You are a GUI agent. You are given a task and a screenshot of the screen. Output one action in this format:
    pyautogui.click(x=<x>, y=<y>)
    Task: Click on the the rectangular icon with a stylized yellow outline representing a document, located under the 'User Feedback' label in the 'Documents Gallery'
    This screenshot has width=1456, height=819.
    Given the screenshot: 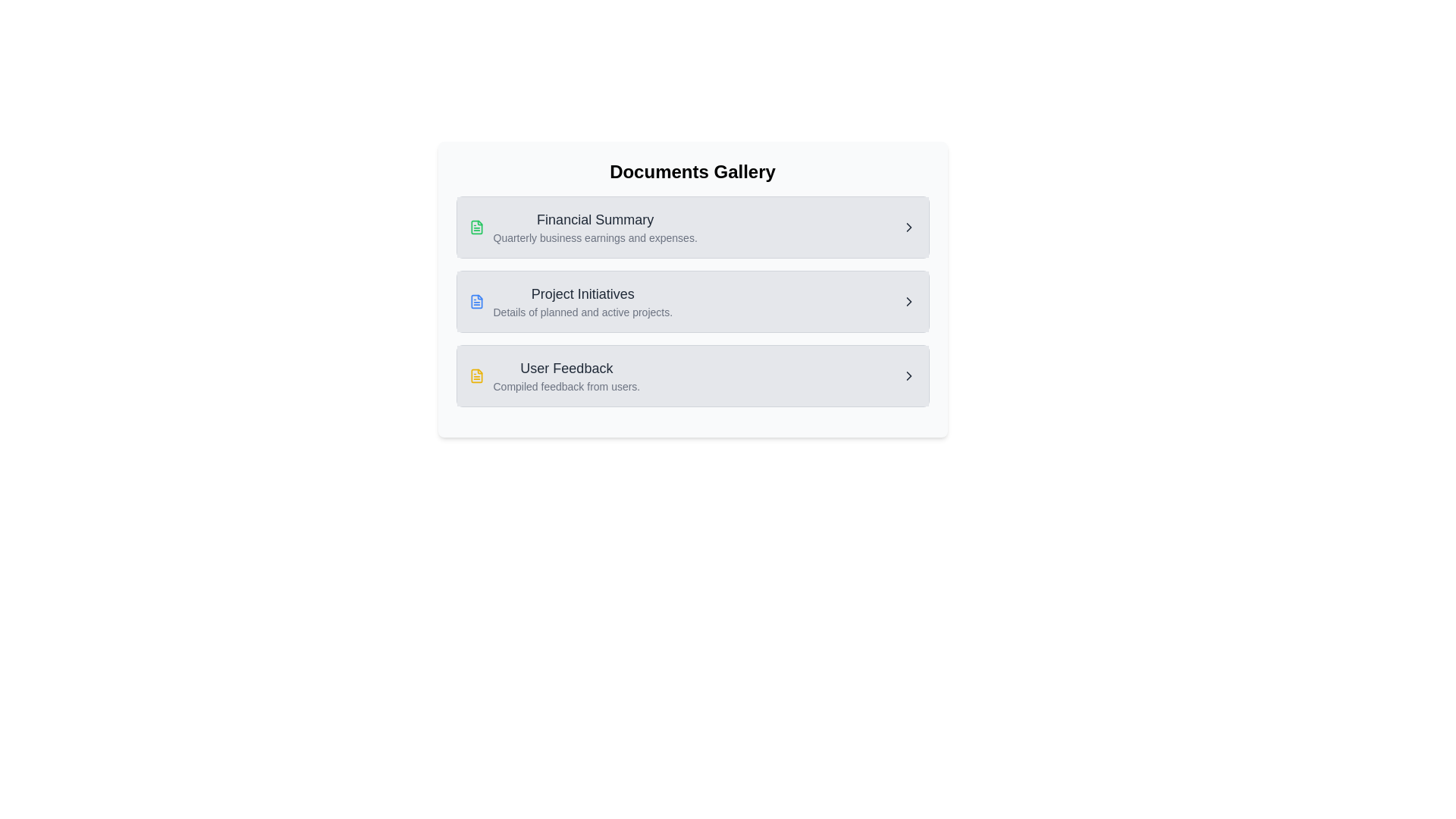 What is the action you would take?
    pyautogui.click(x=475, y=375)
    